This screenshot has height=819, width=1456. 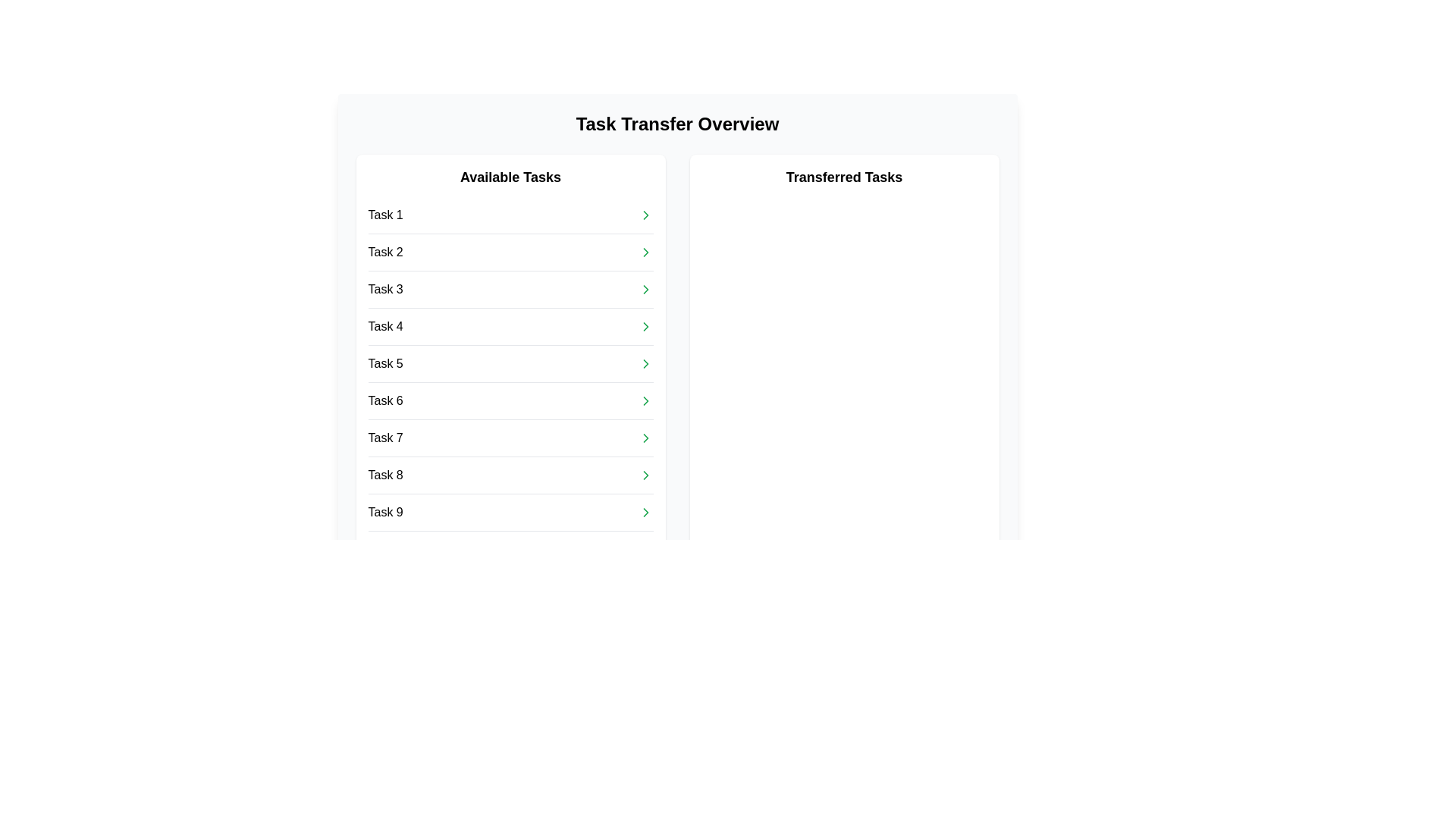 What do you see at coordinates (385, 289) in the screenshot?
I see `the 'Task 3' text label located in the 'Available Tasks' column of the 'Task Transfer Overview' interface` at bounding box center [385, 289].